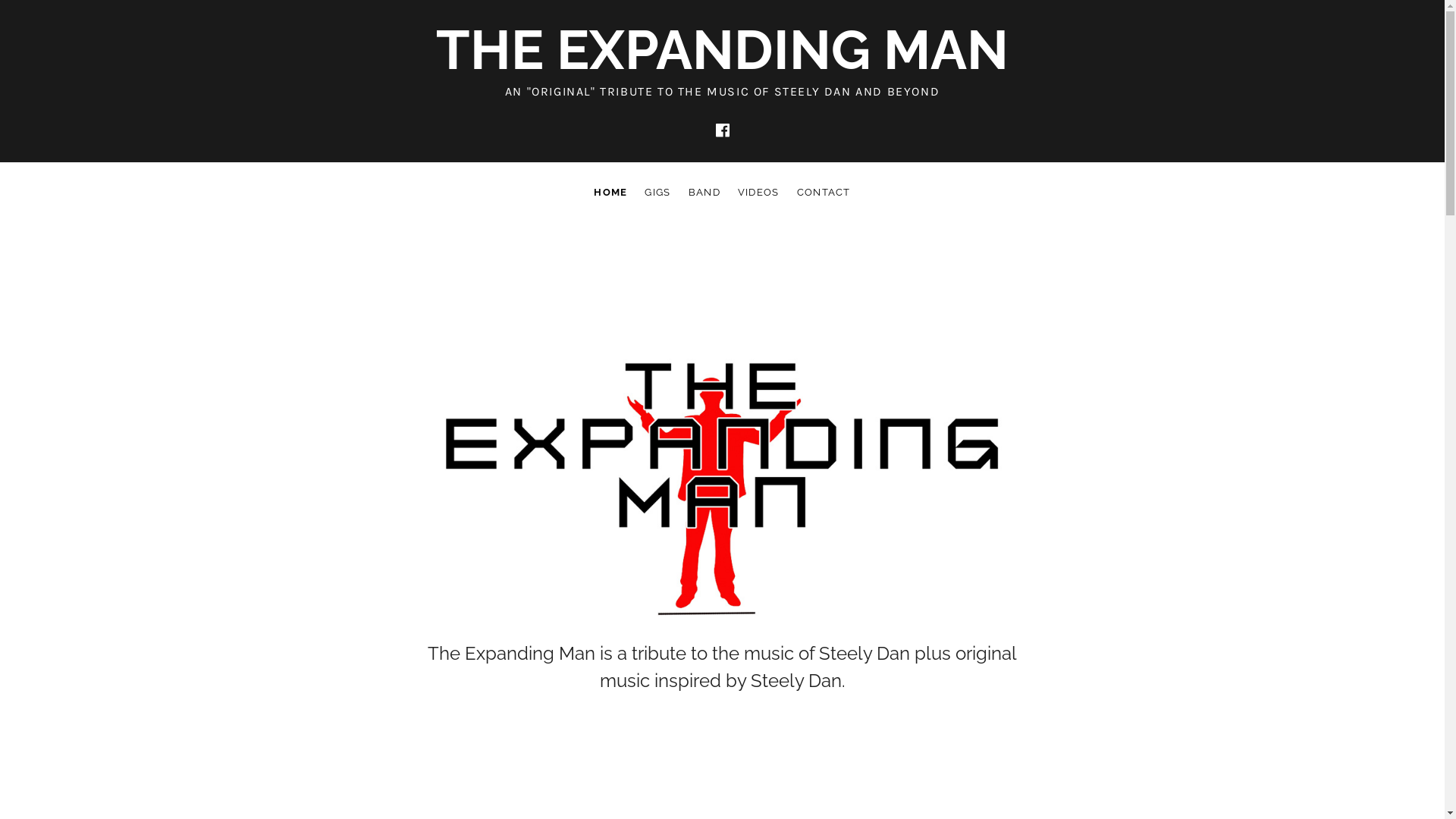  What do you see at coordinates (610, 192) in the screenshot?
I see `'HOME'` at bounding box center [610, 192].